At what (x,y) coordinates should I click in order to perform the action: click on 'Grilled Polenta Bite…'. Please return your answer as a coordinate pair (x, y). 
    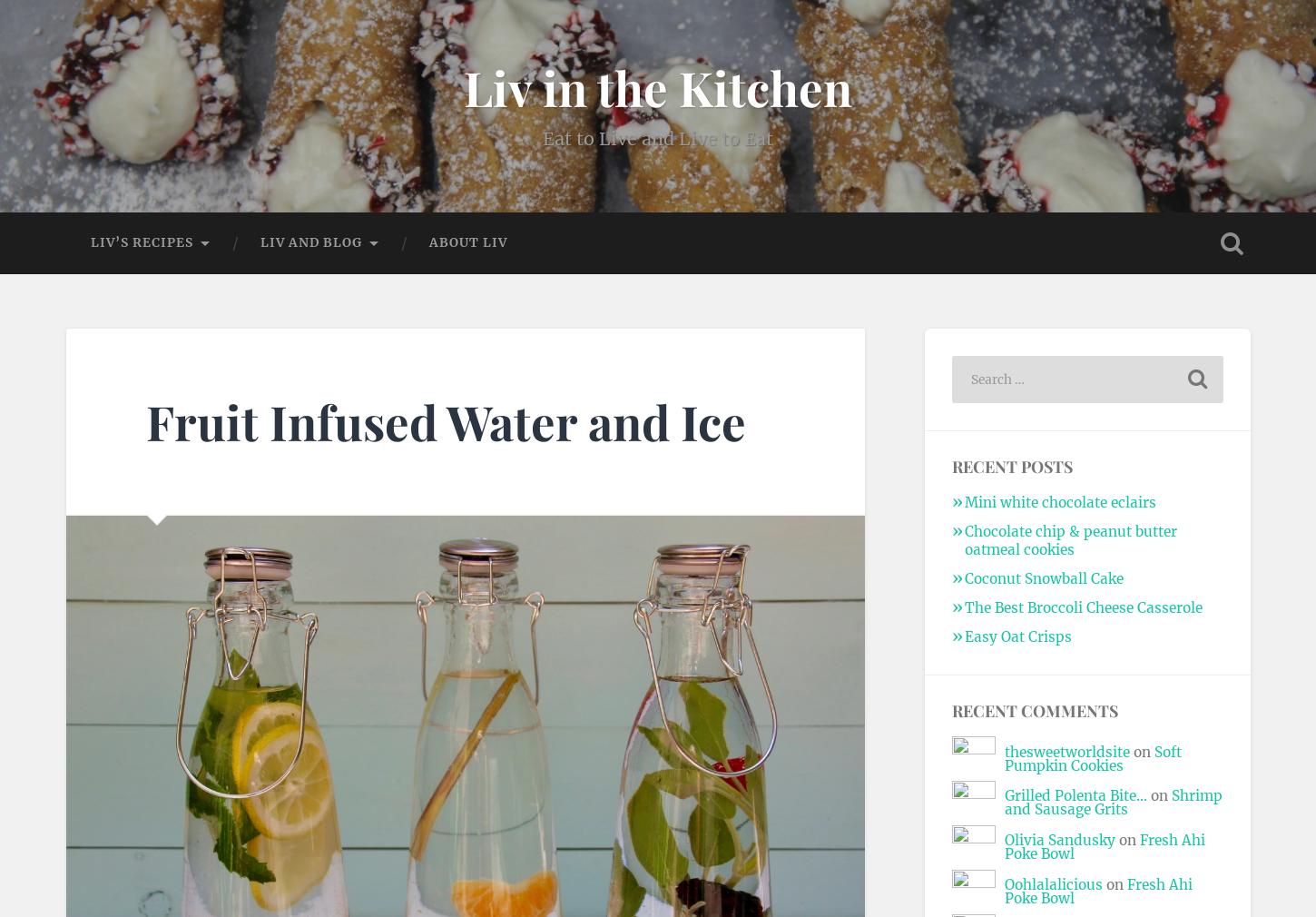
    Looking at the image, I should click on (1003, 794).